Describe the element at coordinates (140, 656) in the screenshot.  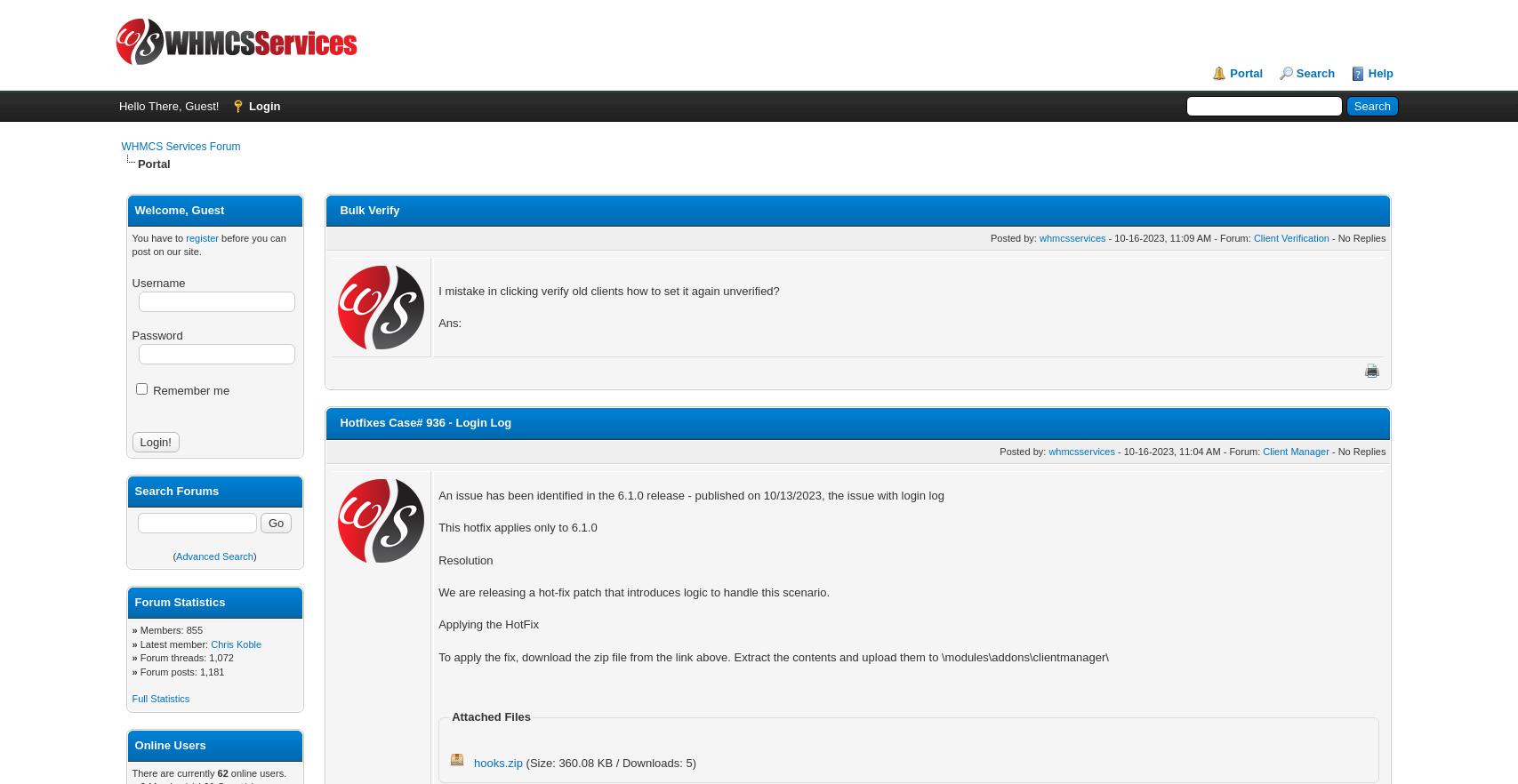
I see `'Forum threads: 1,072'` at that location.